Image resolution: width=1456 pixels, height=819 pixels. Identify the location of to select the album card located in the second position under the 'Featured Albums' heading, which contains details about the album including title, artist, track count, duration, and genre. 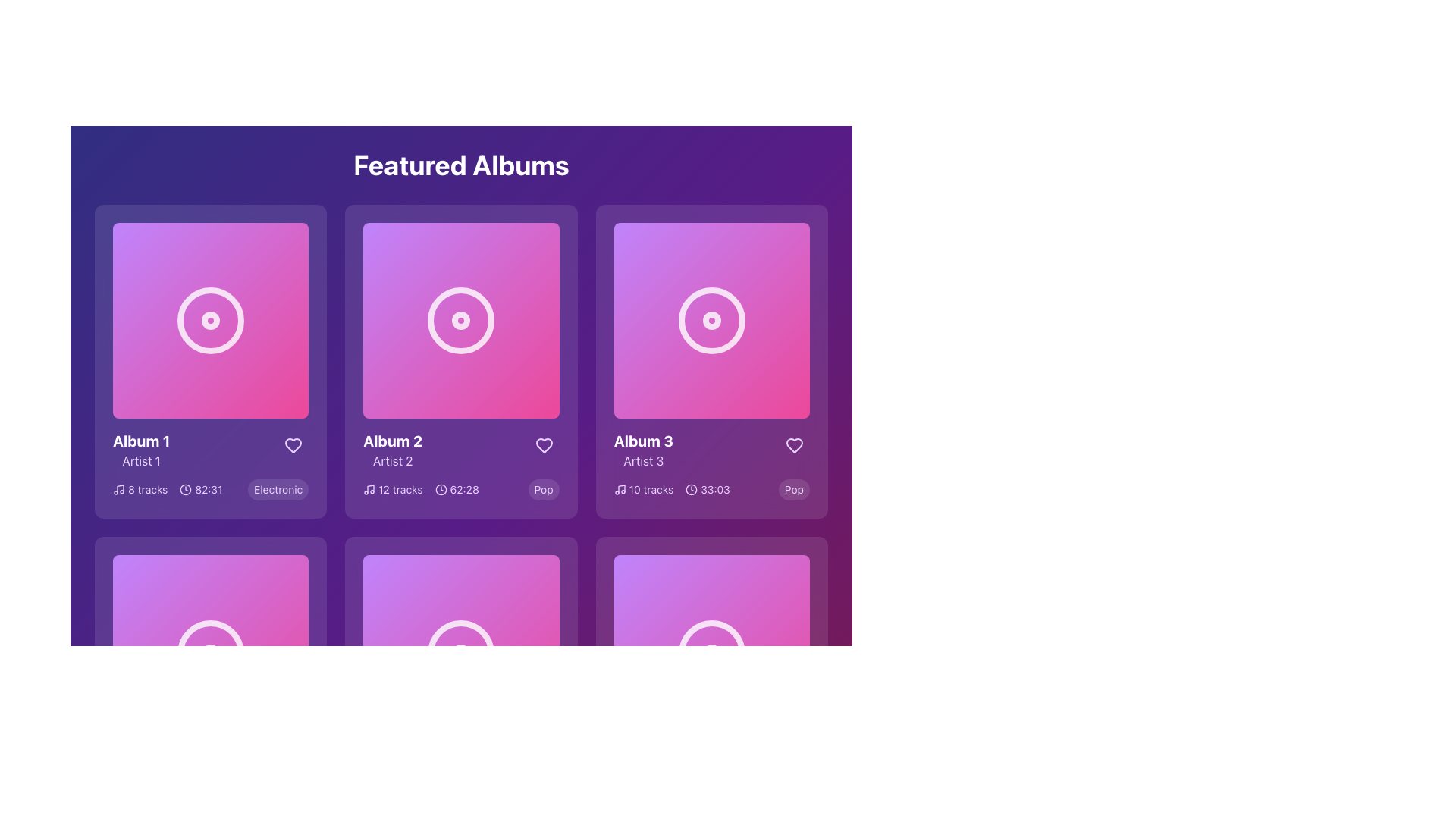
(460, 362).